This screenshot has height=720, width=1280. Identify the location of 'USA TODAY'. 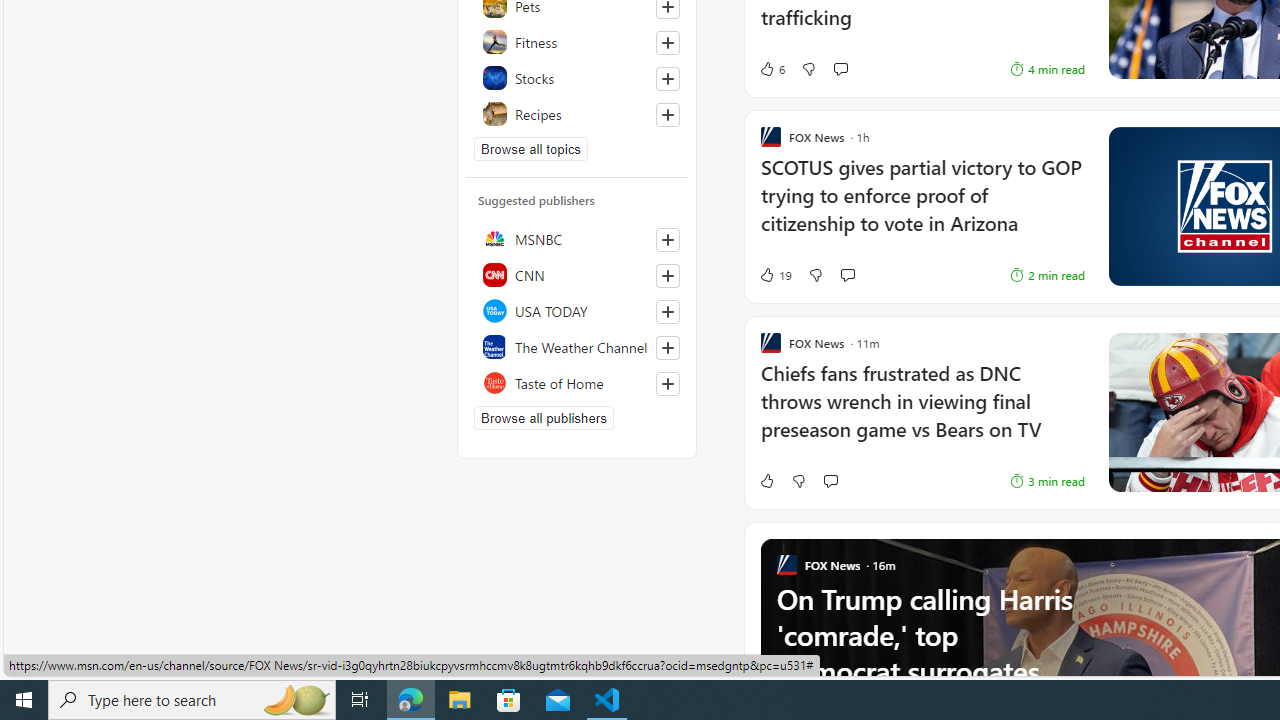
(576, 311).